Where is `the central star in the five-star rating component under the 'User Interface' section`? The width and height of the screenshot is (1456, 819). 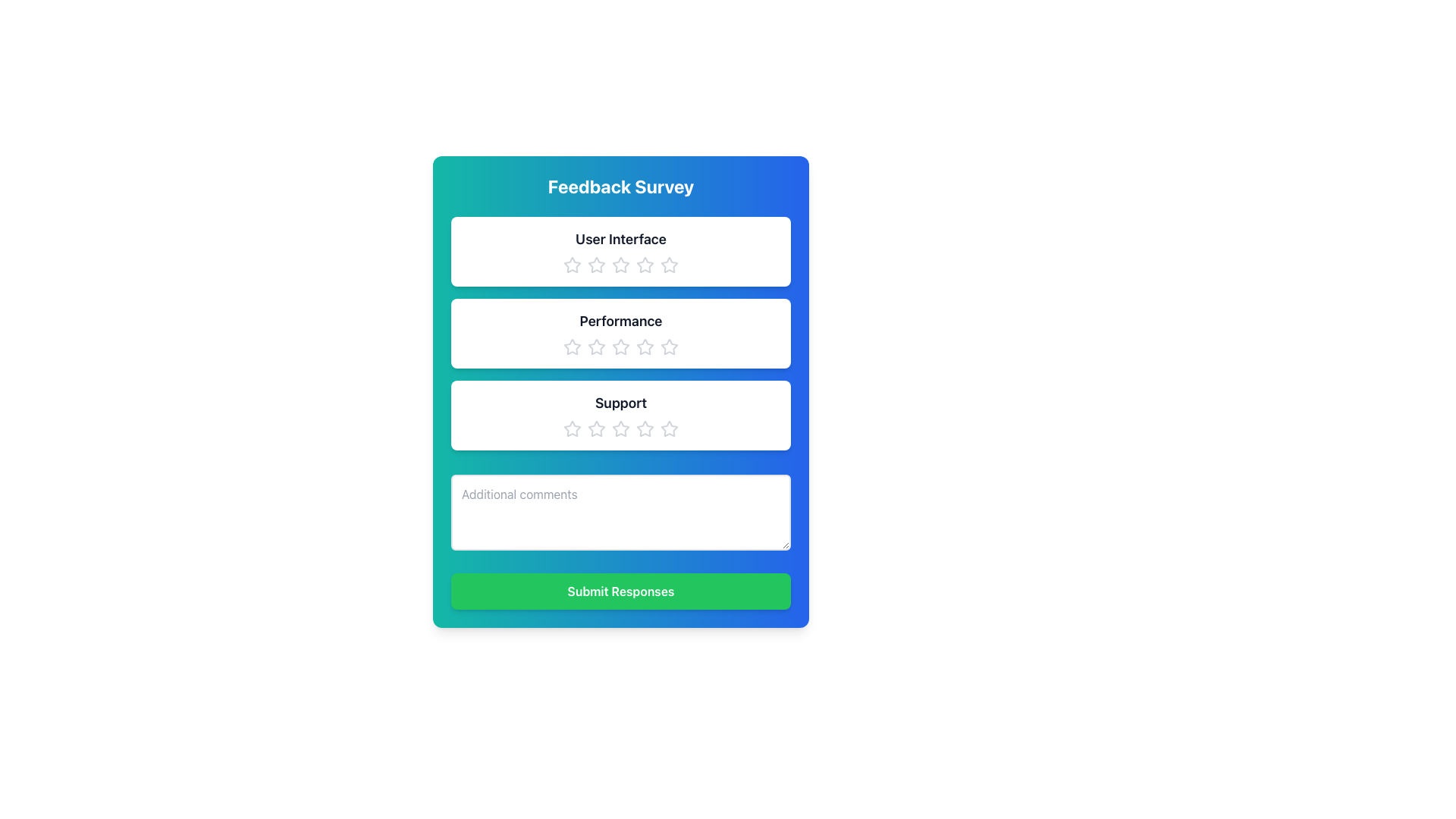 the central star in the five-star rating component under the 'User Interface' section is located at coordinates (621, 265).